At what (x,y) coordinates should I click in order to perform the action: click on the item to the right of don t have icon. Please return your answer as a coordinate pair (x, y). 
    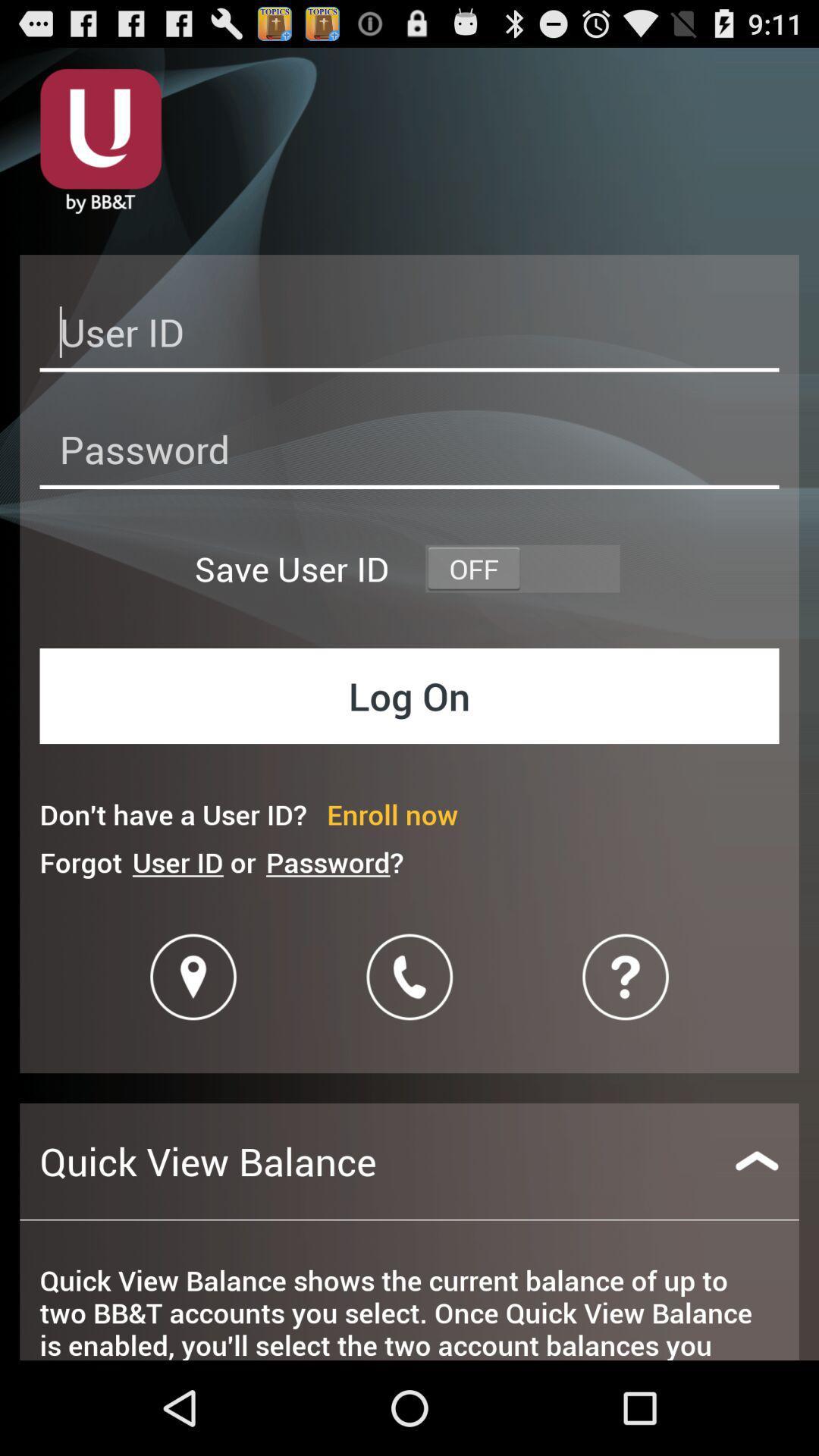
    Looking at the image, I should click on (391, 814).